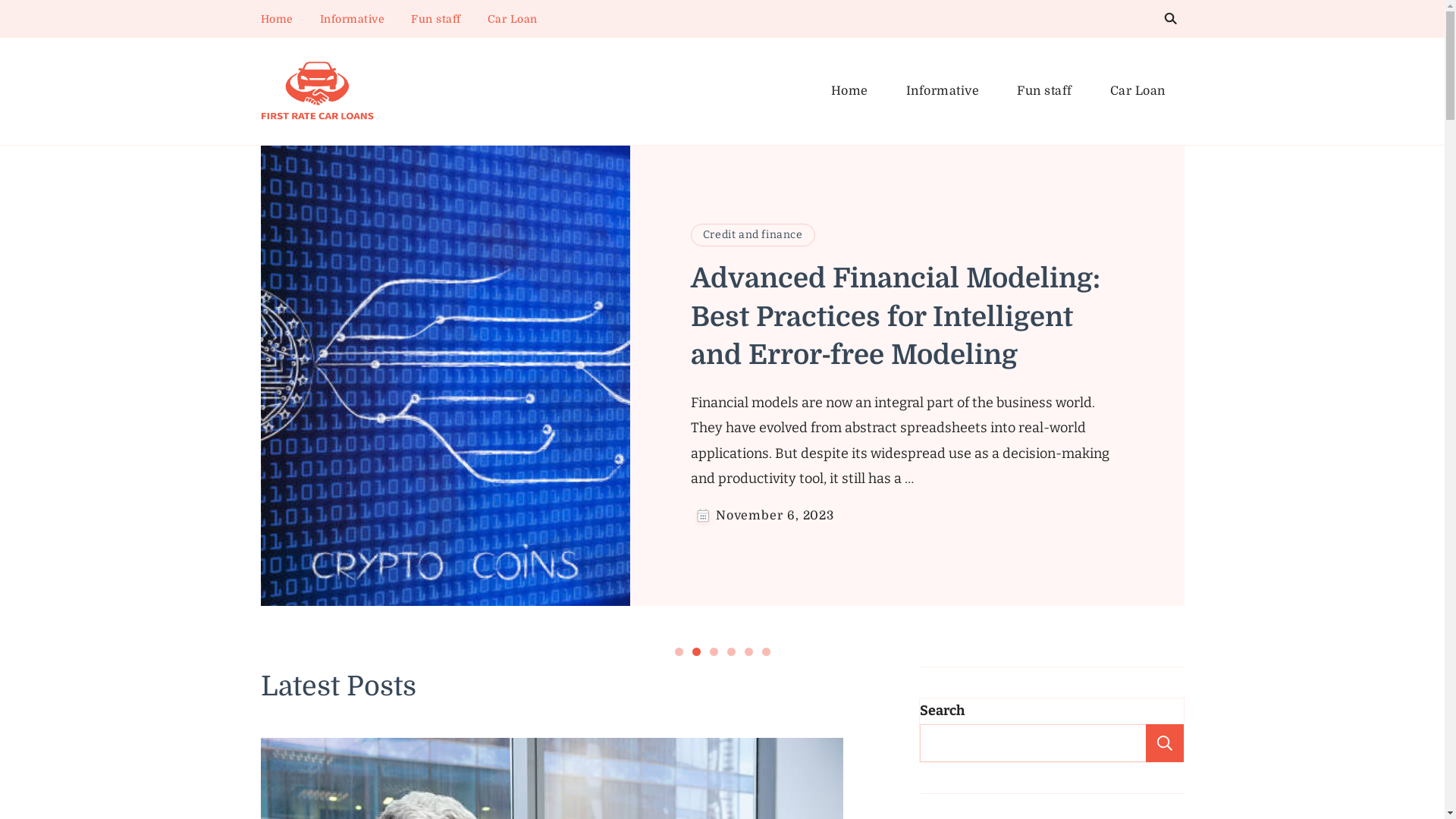  What do you see at coordinates (1163, 742) in the screenshot?
I see `'Search'` at bounding box center [1163, 742].